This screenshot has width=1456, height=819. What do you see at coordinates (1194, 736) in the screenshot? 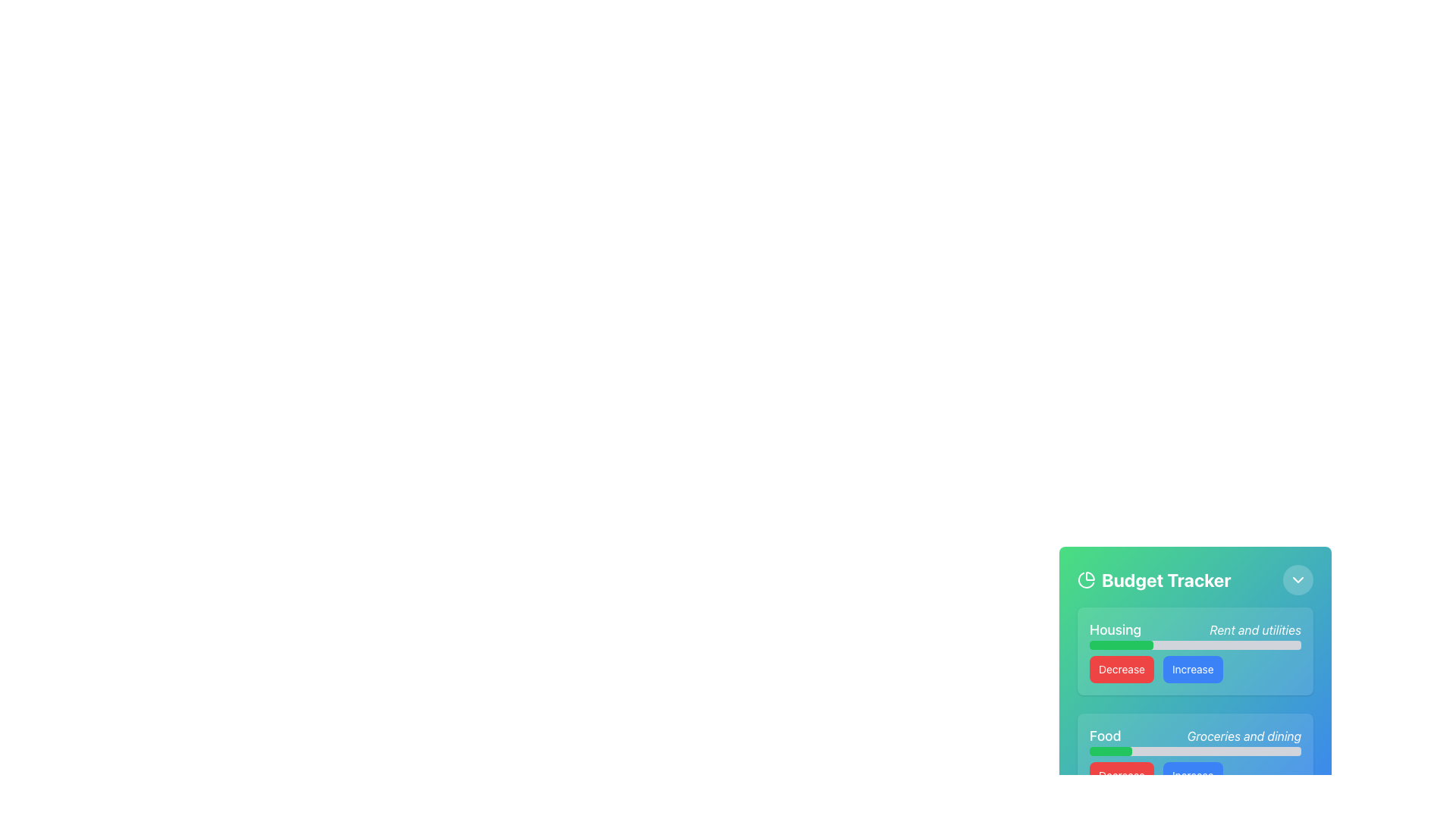
I see `the text label that categorizes the section as pertaining to food-related expenses, located in the 'Food' module, positioned below the 'Housing' component` at bounding box center [1194, 736].